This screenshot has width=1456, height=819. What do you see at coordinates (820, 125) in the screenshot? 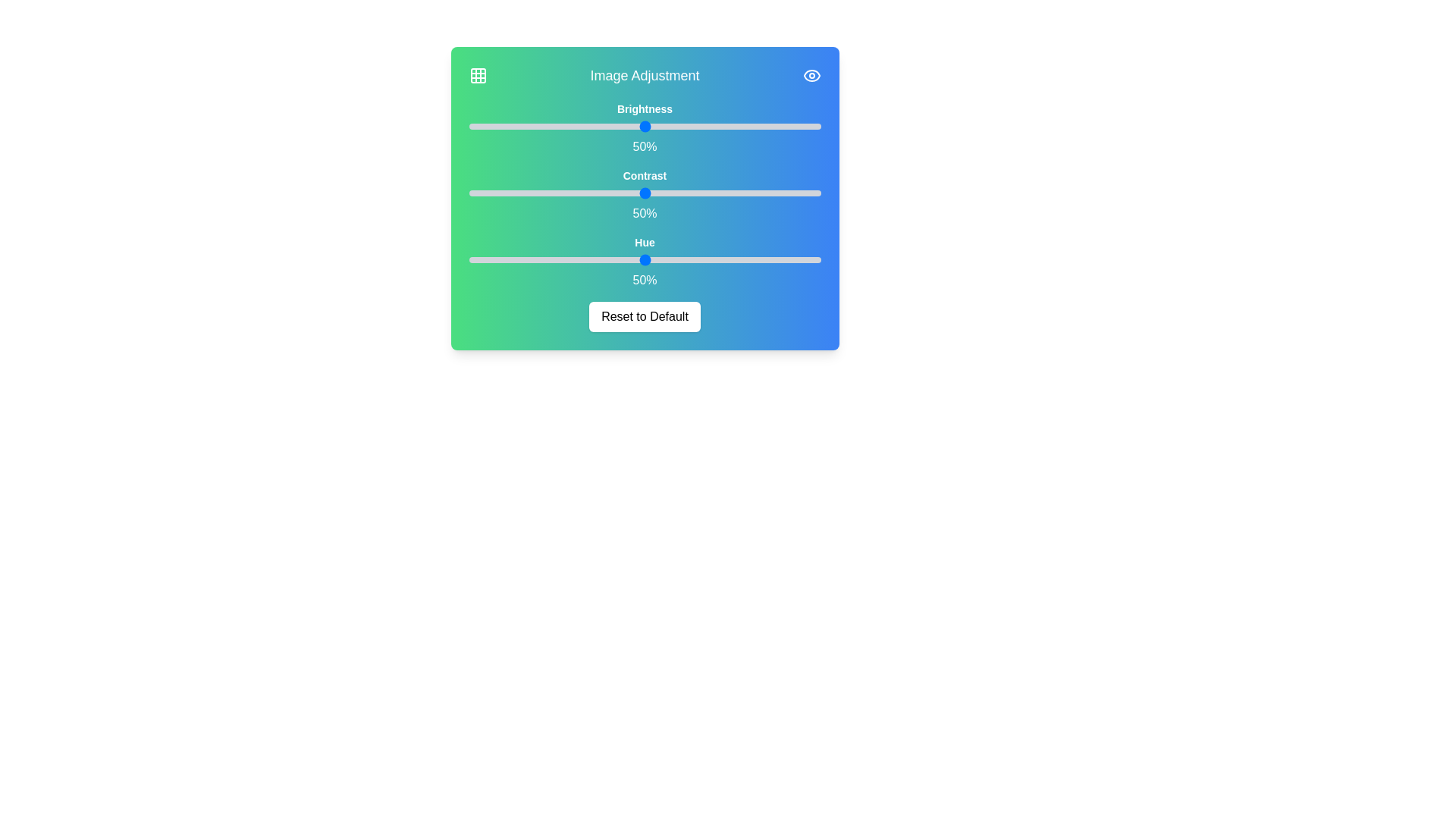
I see `the 0 slider to 50%` at bounding box center [820, 125].